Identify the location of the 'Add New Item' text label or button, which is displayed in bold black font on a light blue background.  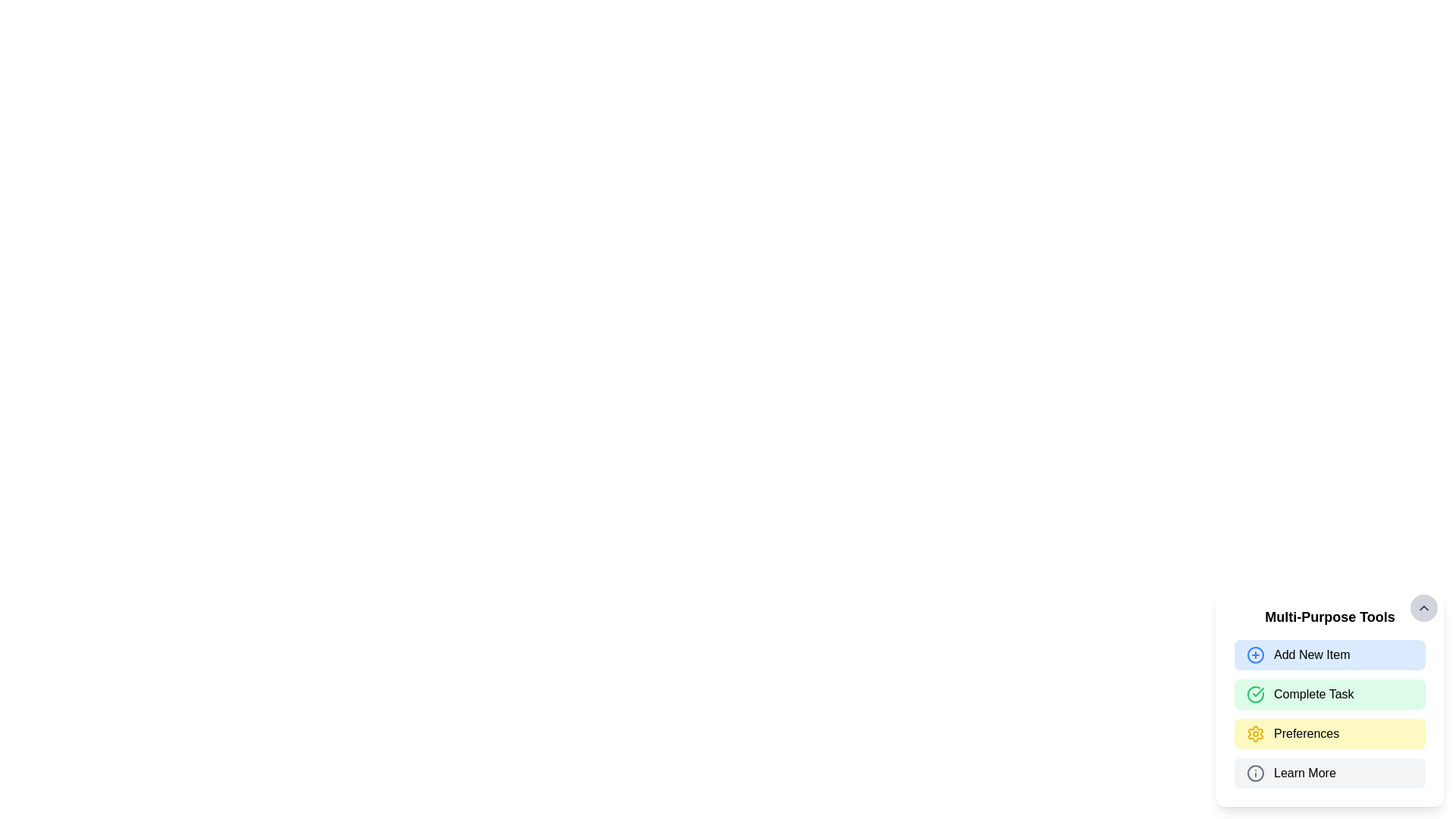
(1311, 654).